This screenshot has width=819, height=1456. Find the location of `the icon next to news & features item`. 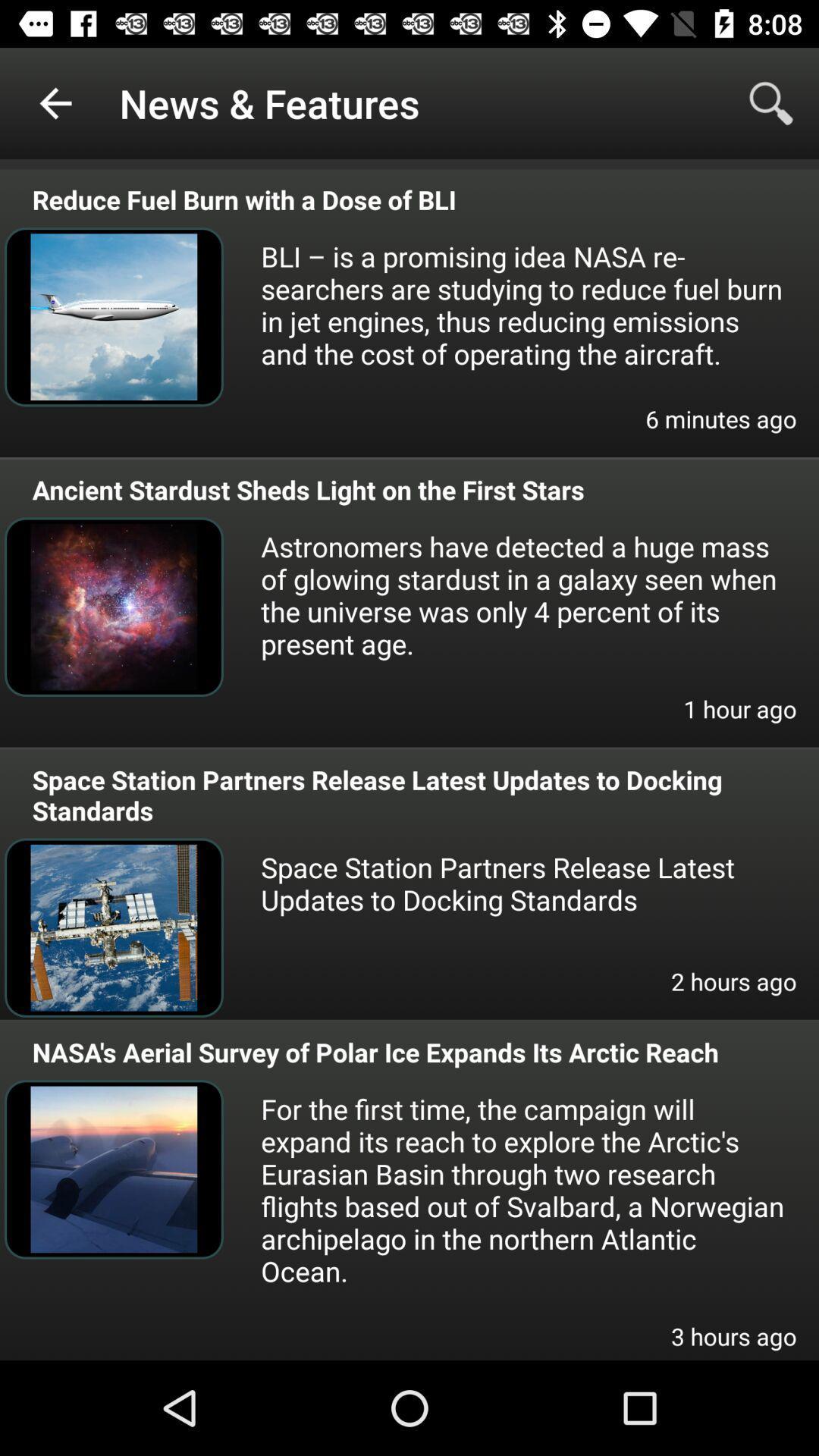

the icon next to news & features item is located at coordinates (55, 102).